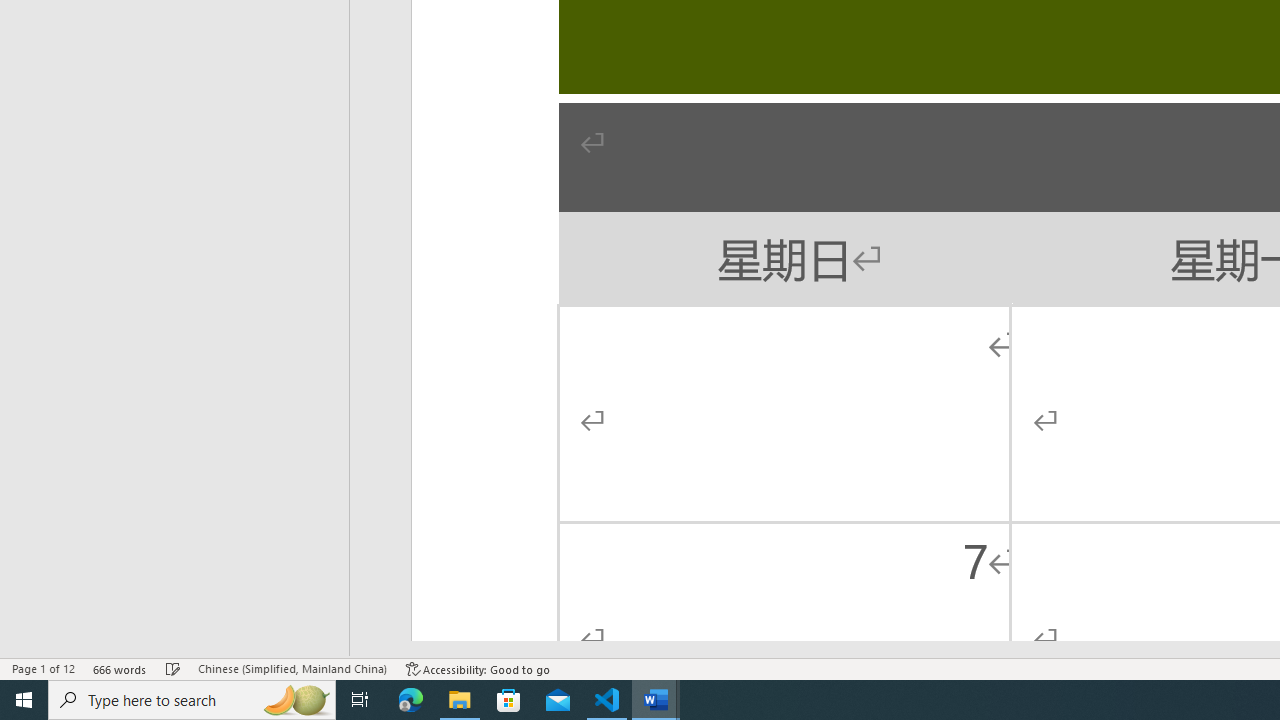  What do you see at coordinates (43, 669) in the screenshot?
I see `'Page Number Page 1 of 12'` at bounding box center [43, 669].